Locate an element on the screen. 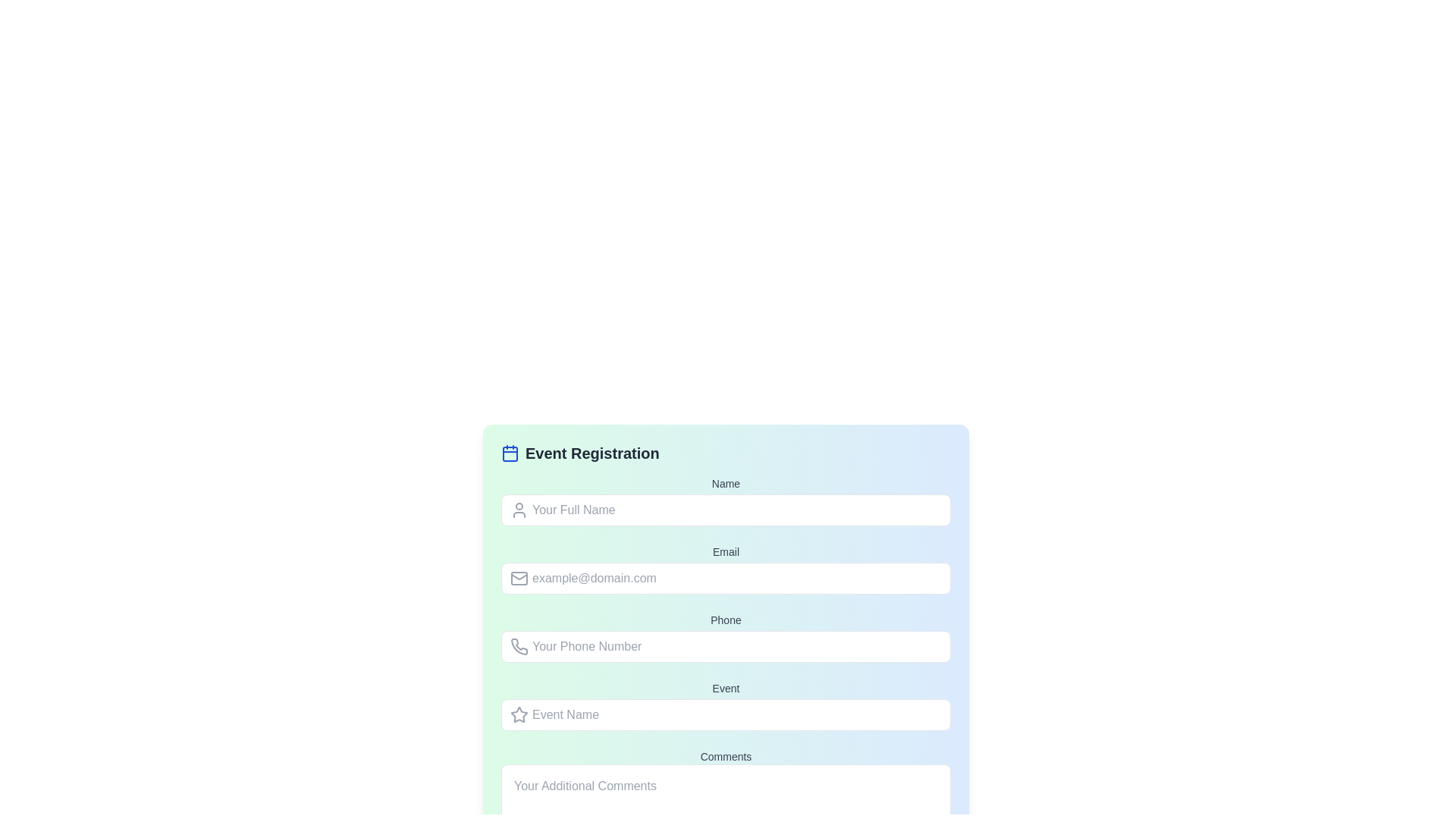 This screenshot has width=1456, height=819. the phone icon located to the left of the 'Your Phone Number' text entry box, which serves as a visual indicator for entering a phone number is located at coordinates (519, 646).